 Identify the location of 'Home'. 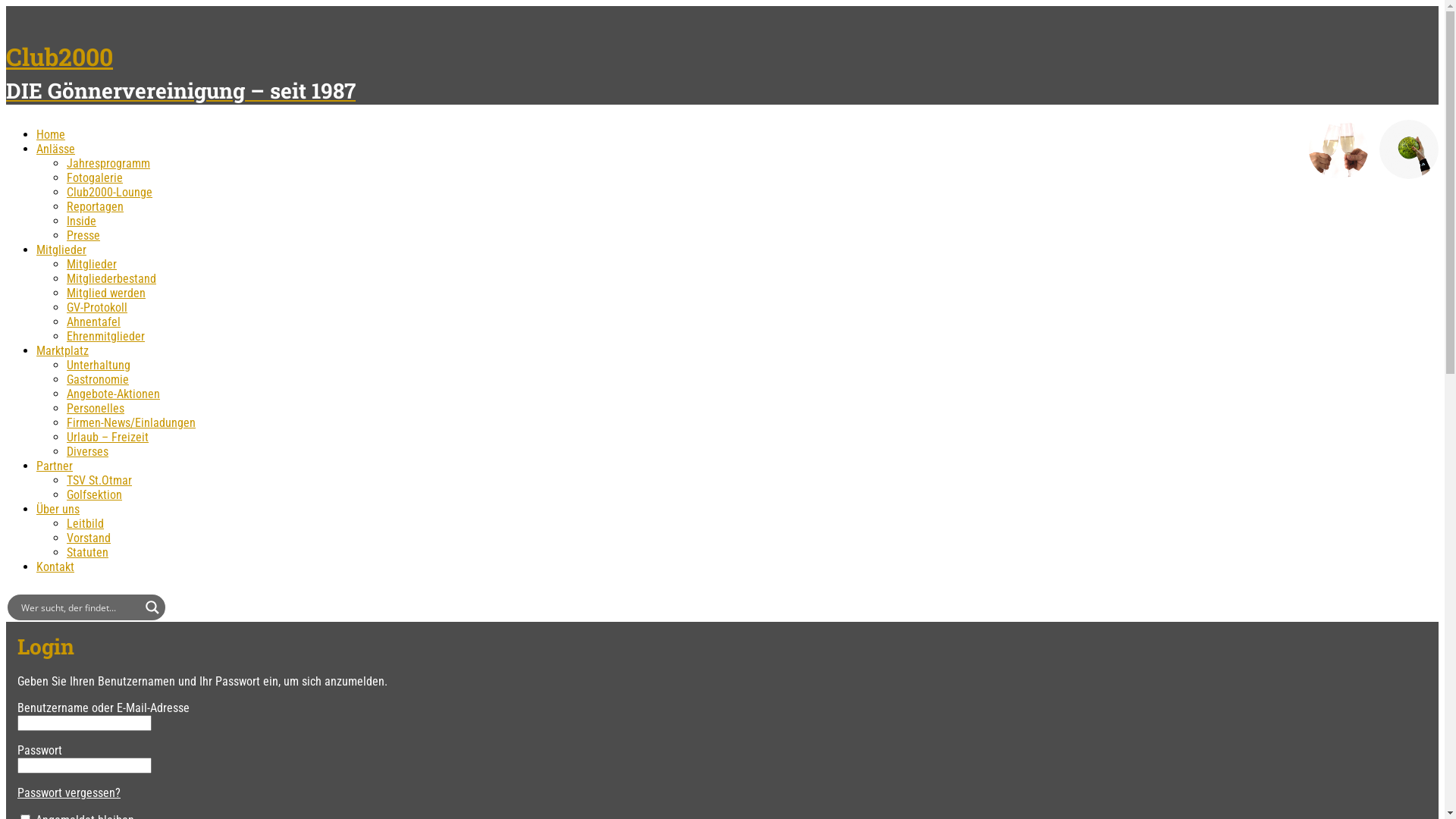
(51, 133).